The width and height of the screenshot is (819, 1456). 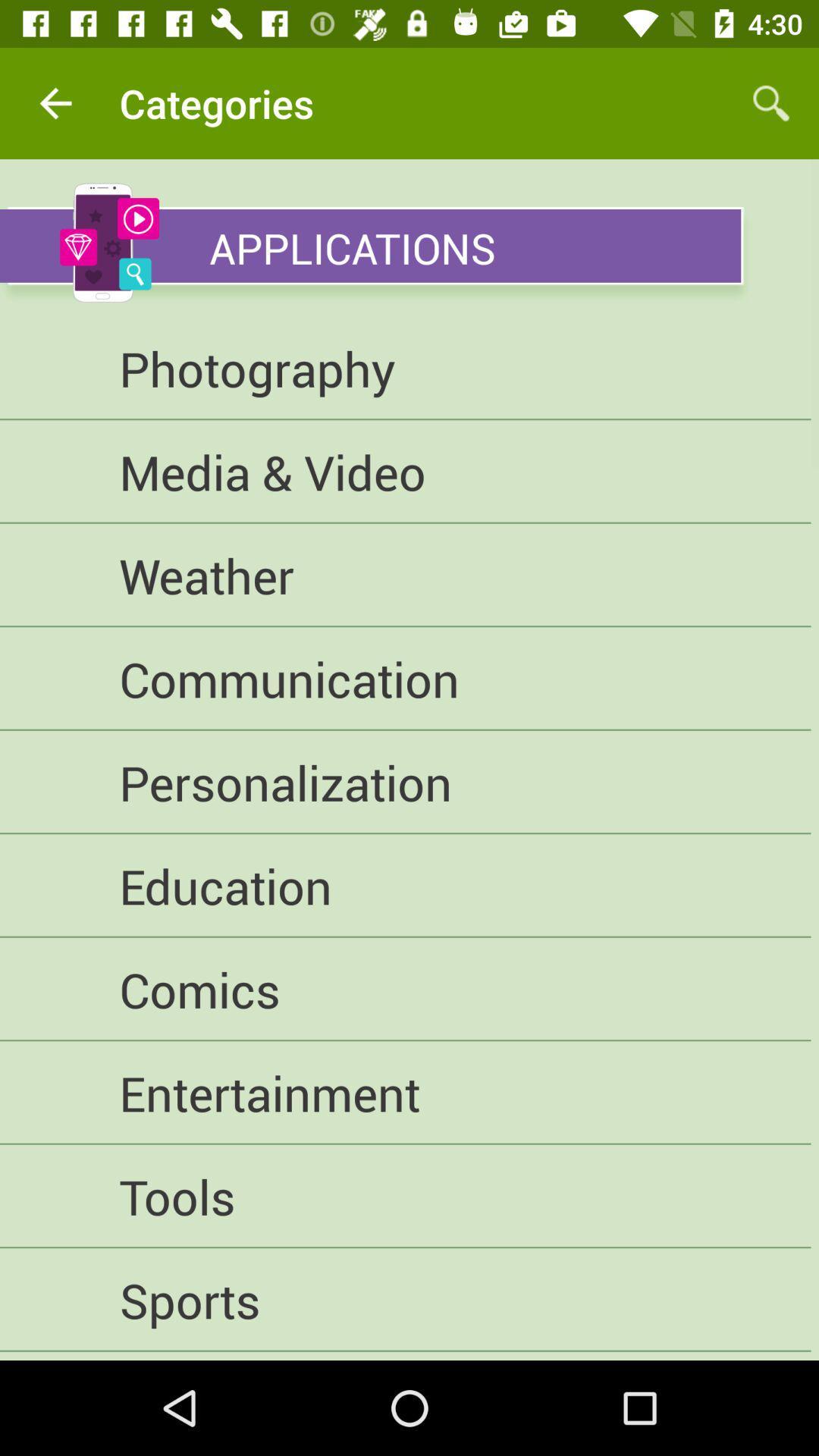 What do you see at coordinates (404, 1093) in the screenshot?
I see `entertainment item` at bounding box center [404, 1093].